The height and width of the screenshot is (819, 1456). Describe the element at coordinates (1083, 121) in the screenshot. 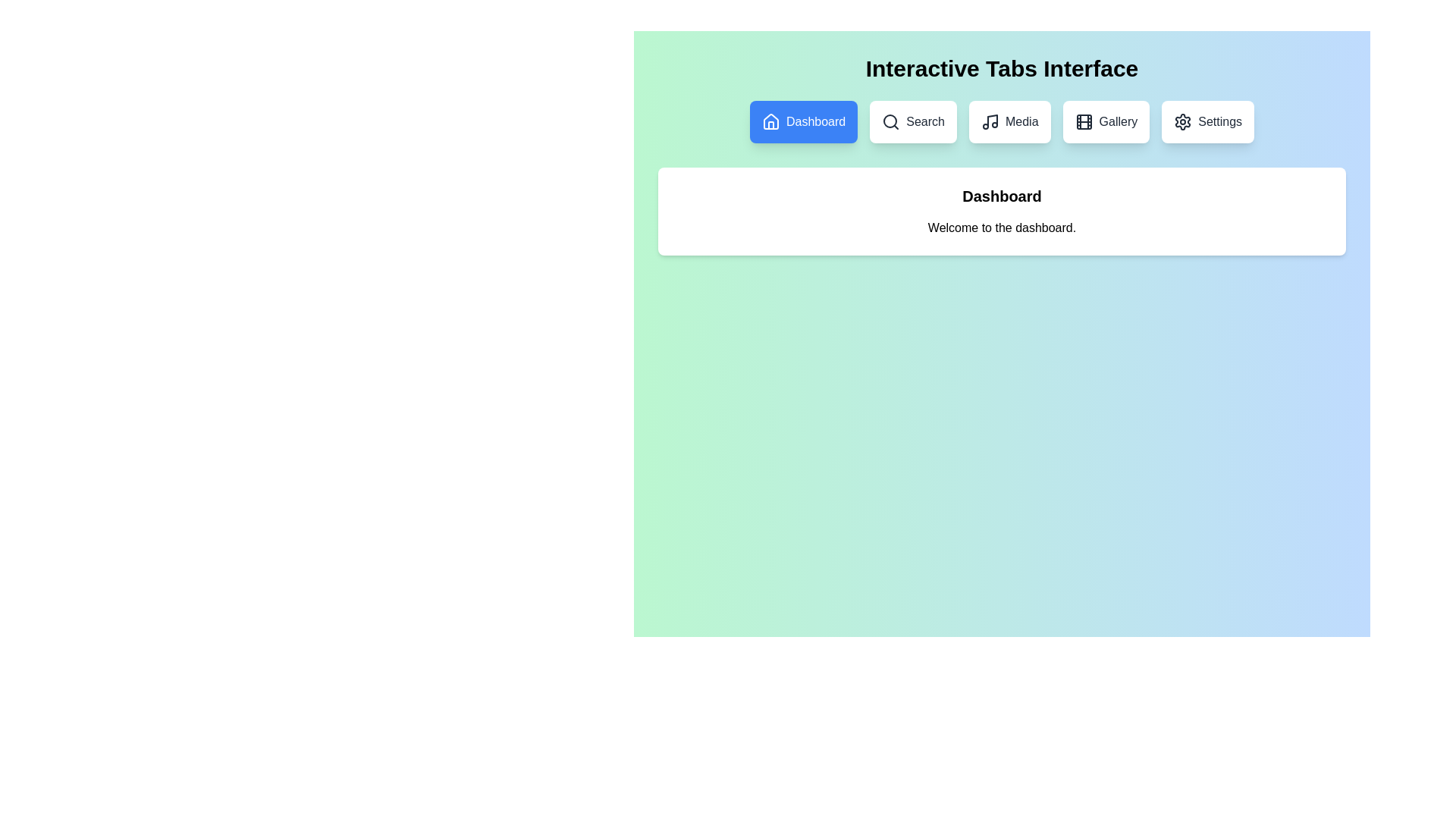

I see `the Gallery icon button that allows users` at that location.